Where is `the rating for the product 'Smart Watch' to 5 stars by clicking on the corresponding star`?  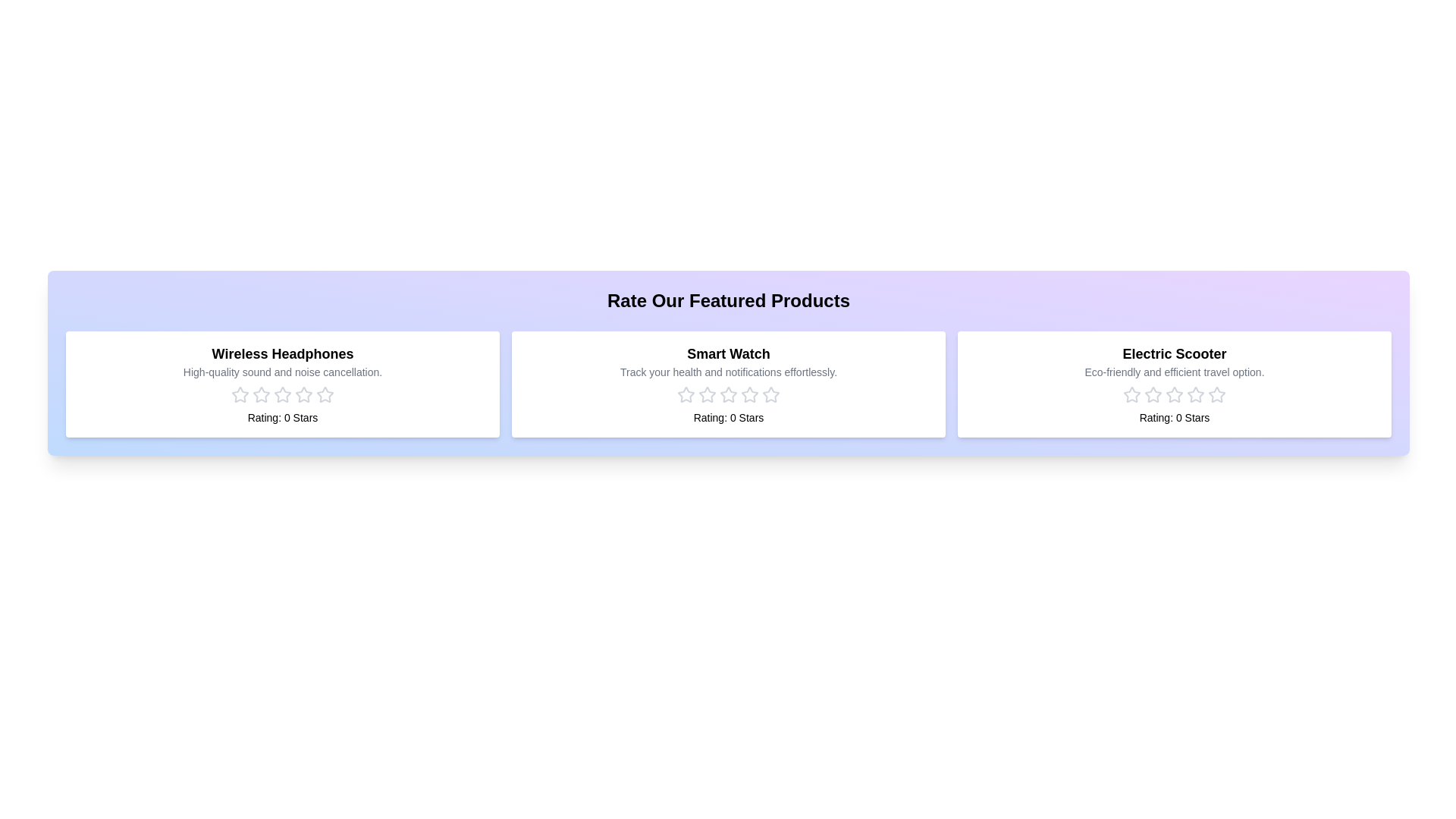
the rating for the product 'Smart Watch' to 5 stars by clicking on the corresponding star is located at coordinates (771, 394).